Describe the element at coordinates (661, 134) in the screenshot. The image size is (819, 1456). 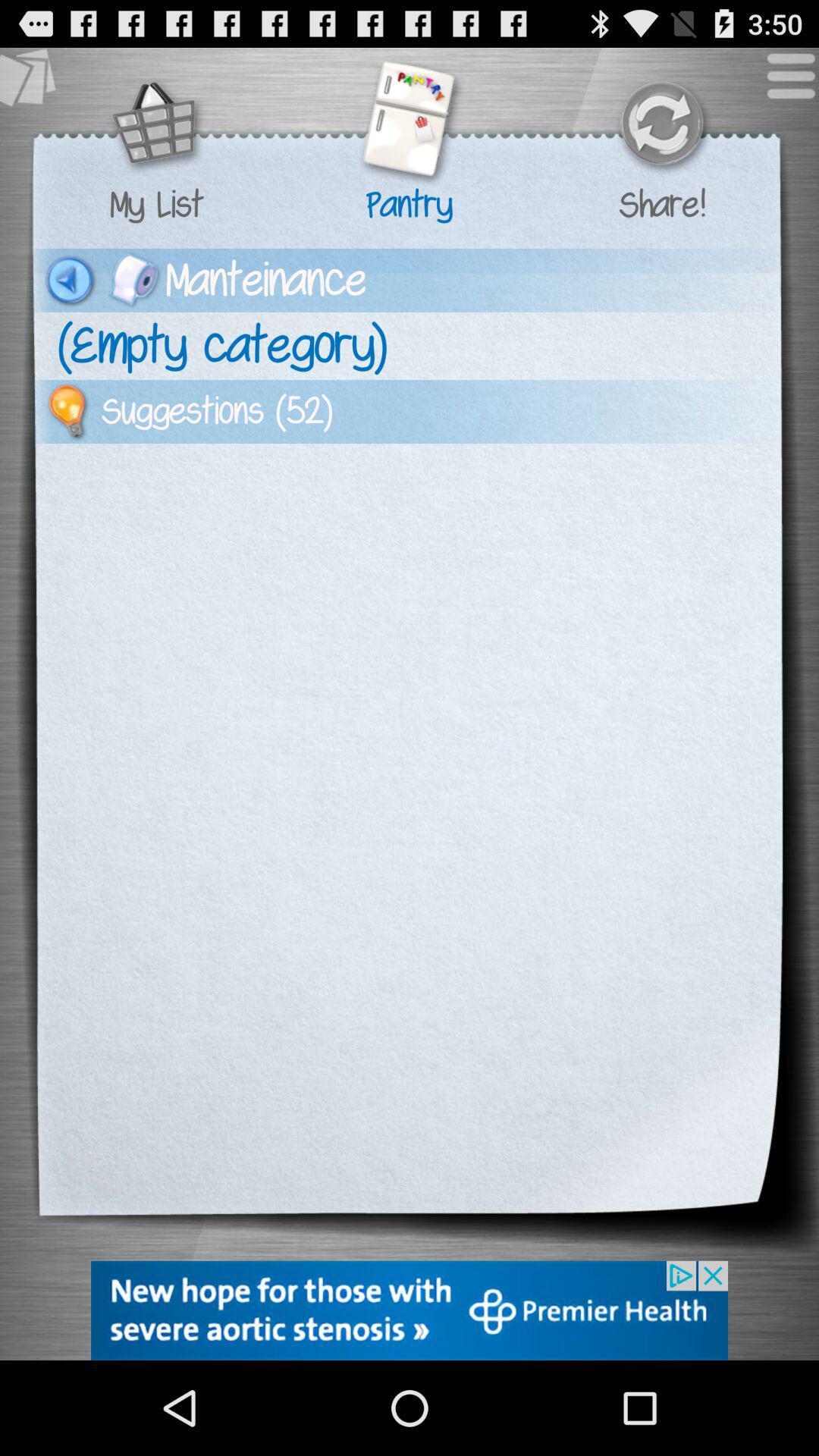
I see `the refresh icon` at that location.